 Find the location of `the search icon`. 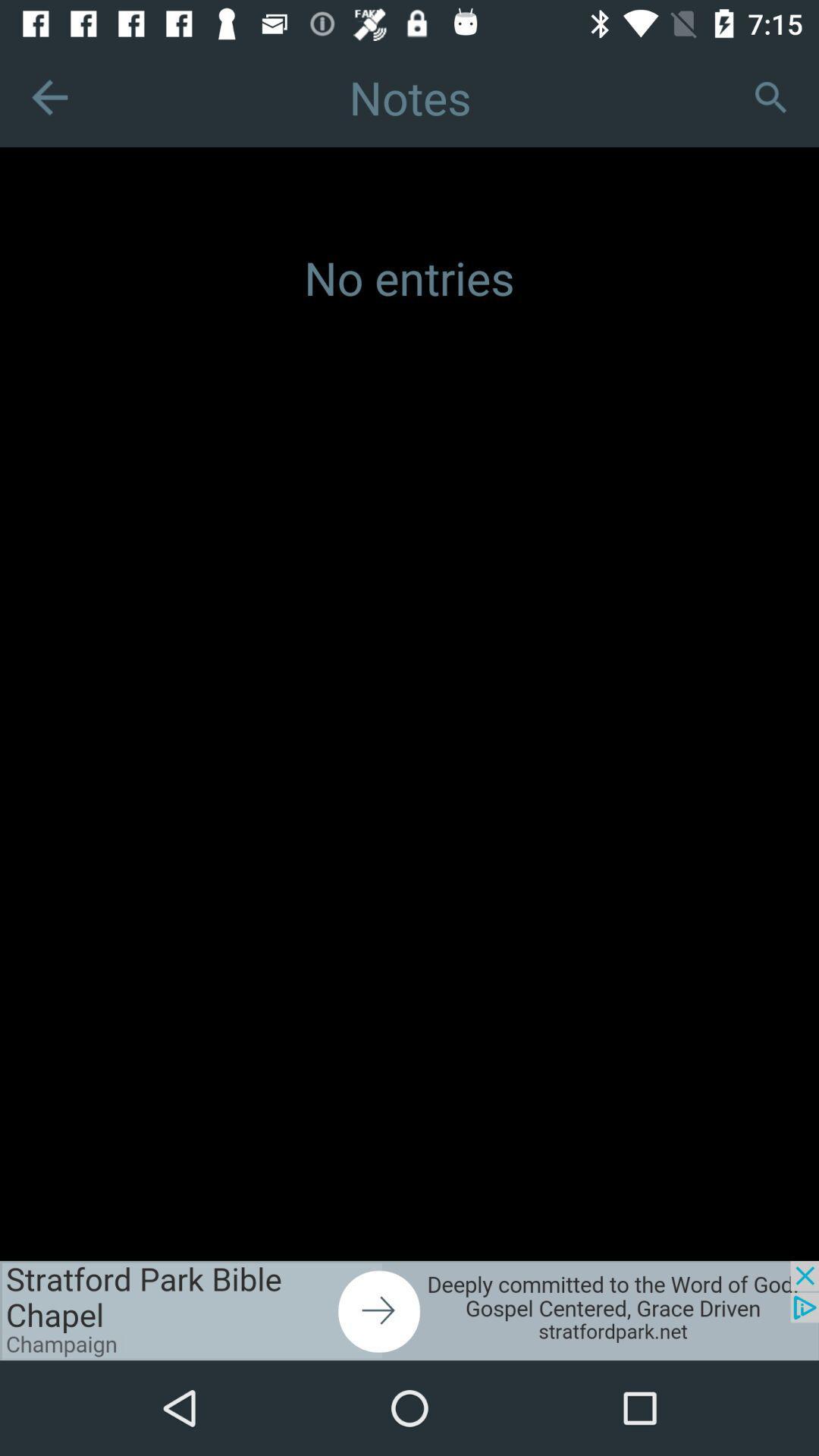

the search icon is located at coordinates (770, 96).